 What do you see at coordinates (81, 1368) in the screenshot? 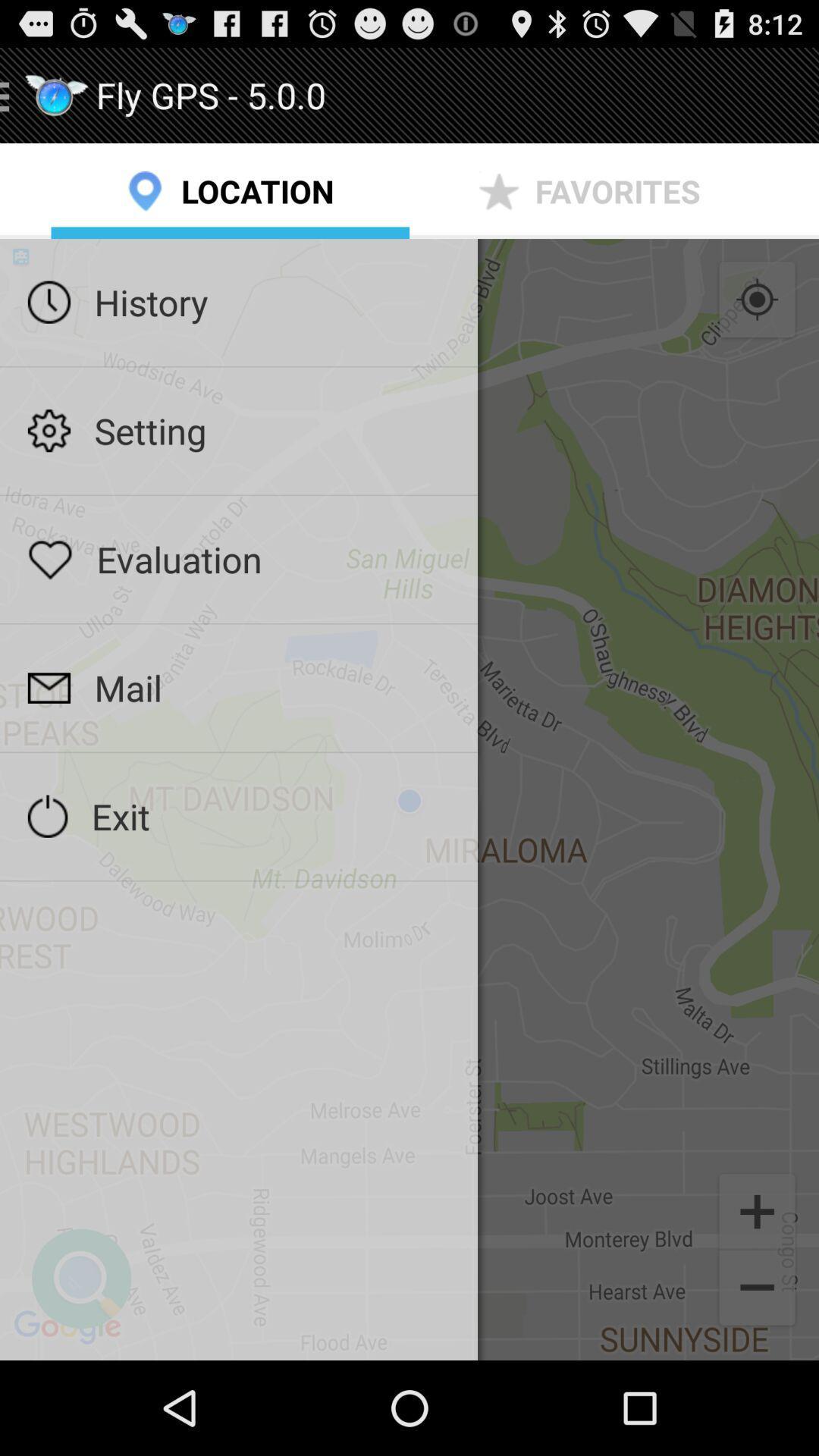
I see `the search icon` at bounding box center [81, 1368].